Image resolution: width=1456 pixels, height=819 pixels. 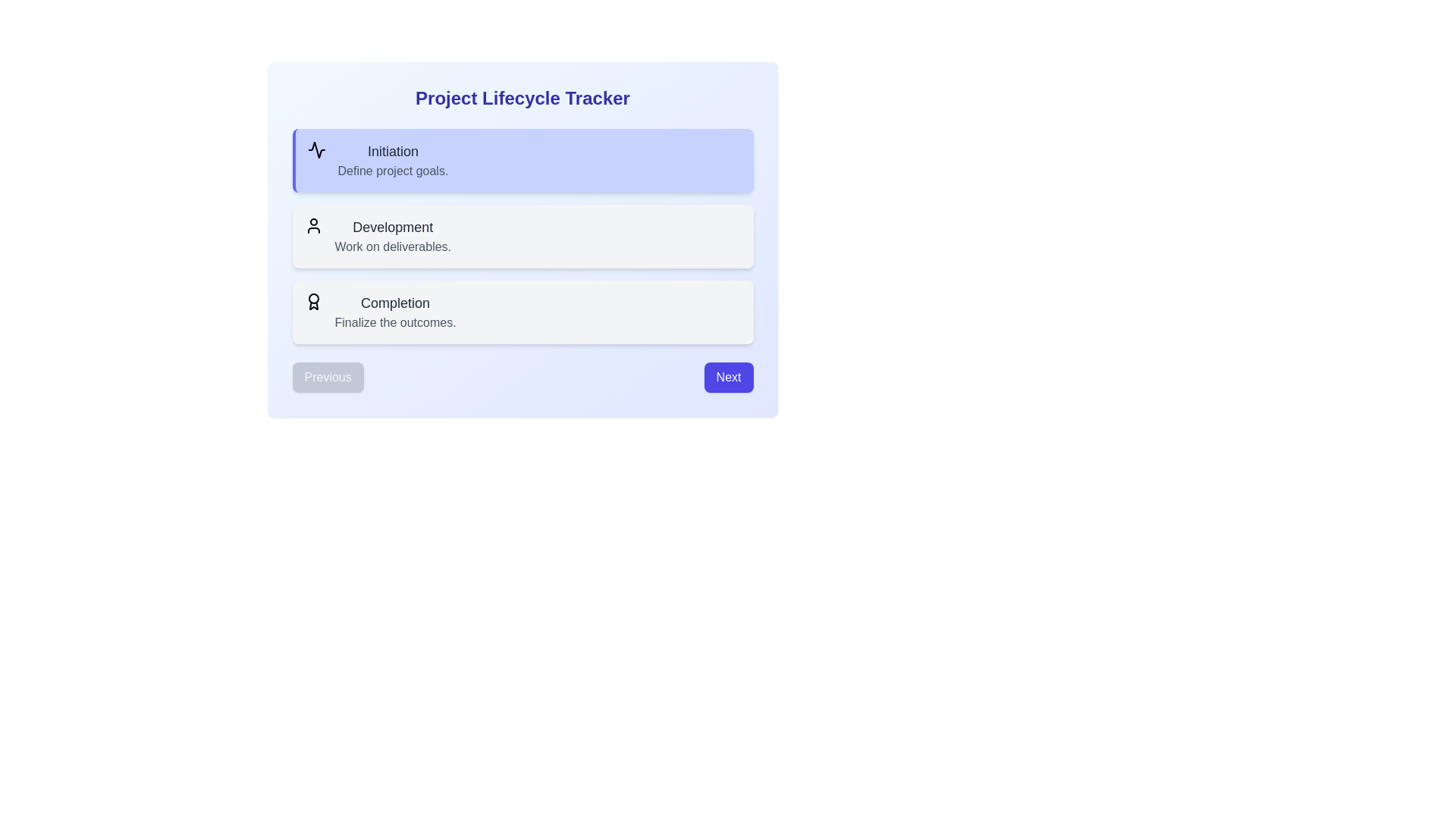 What do you see at coordinates (315, 149) in the screenshot?
I see `the activity or pulse icon located at the top-left corner within the 'Initiation' card in the 'Project Lifecycle Tracker' interface` at bounding box center [315, 149].